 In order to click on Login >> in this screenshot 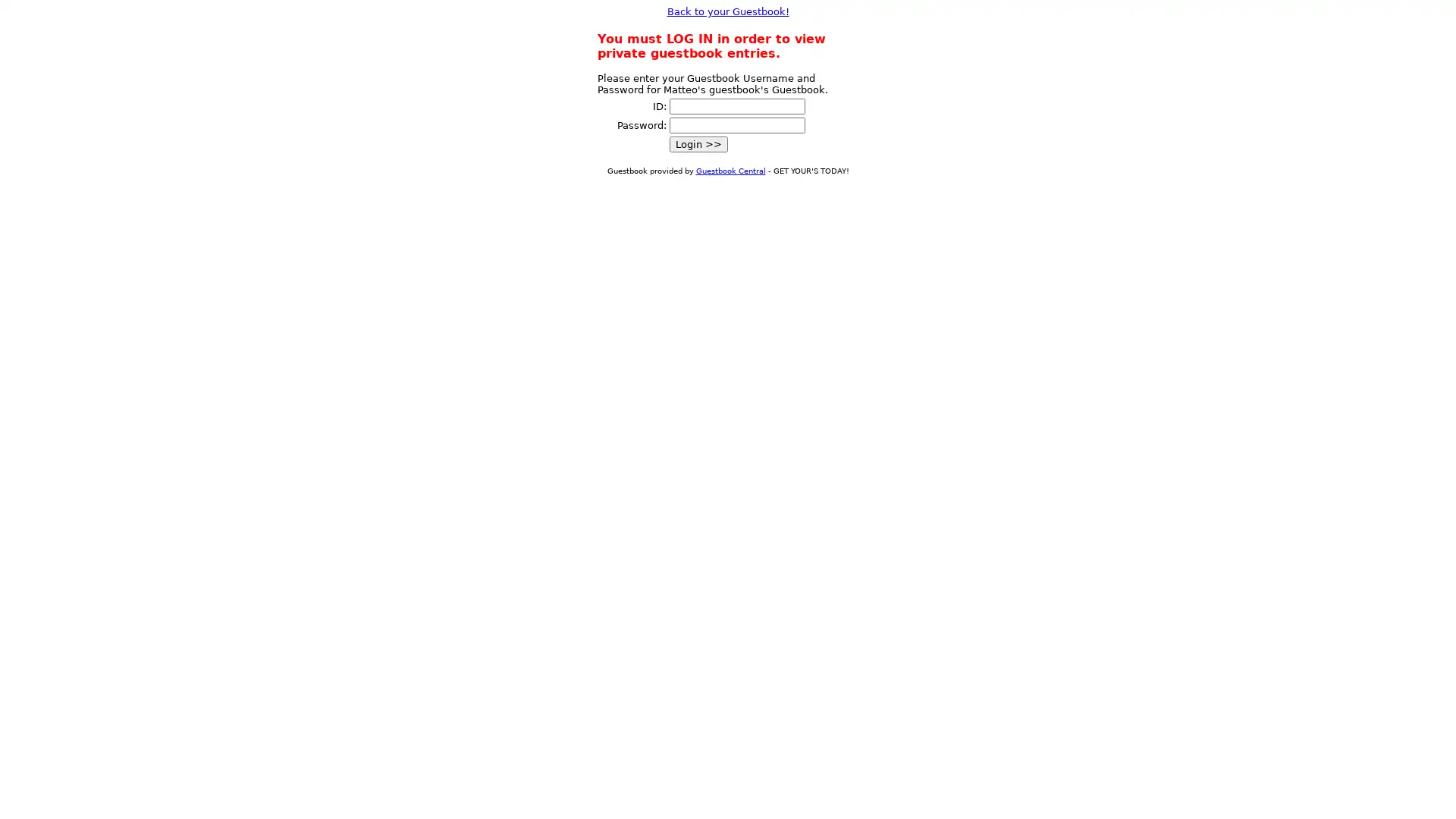, I will do `click(697, 144)`.